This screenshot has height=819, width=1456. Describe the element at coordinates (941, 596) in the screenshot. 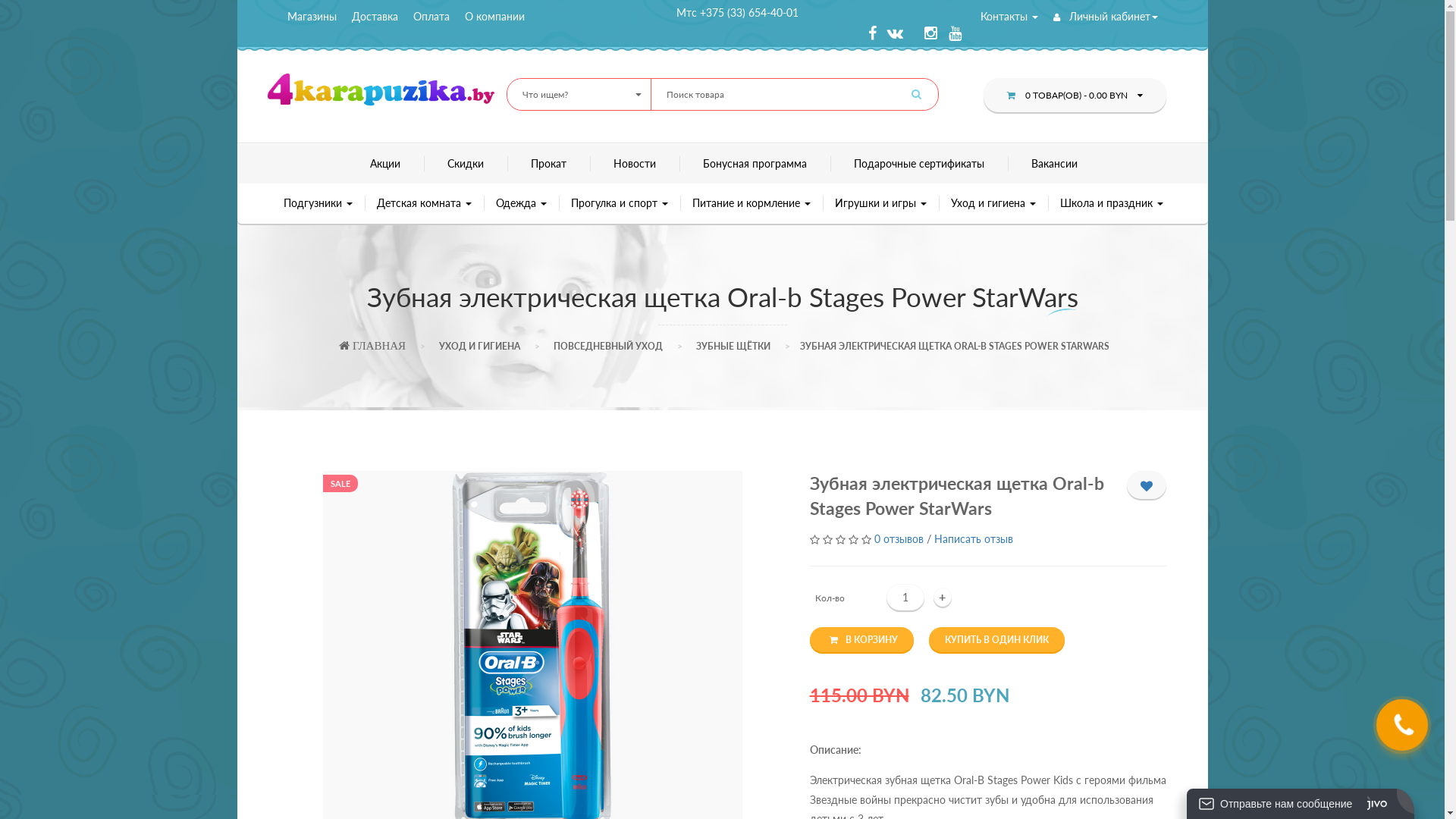

I see `'+'` at that location.